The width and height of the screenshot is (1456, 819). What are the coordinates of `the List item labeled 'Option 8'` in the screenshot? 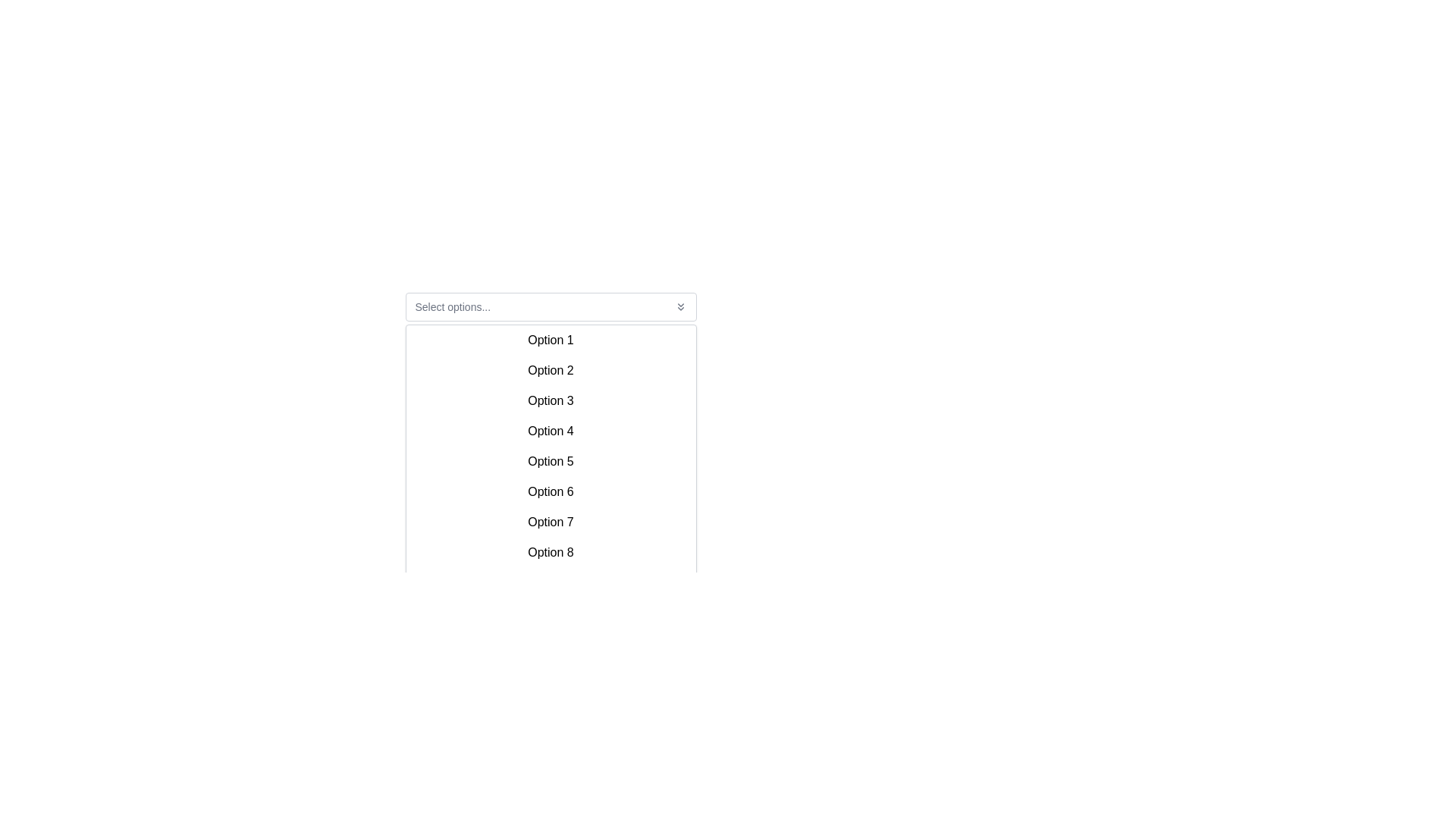 It's located at (550, 553).